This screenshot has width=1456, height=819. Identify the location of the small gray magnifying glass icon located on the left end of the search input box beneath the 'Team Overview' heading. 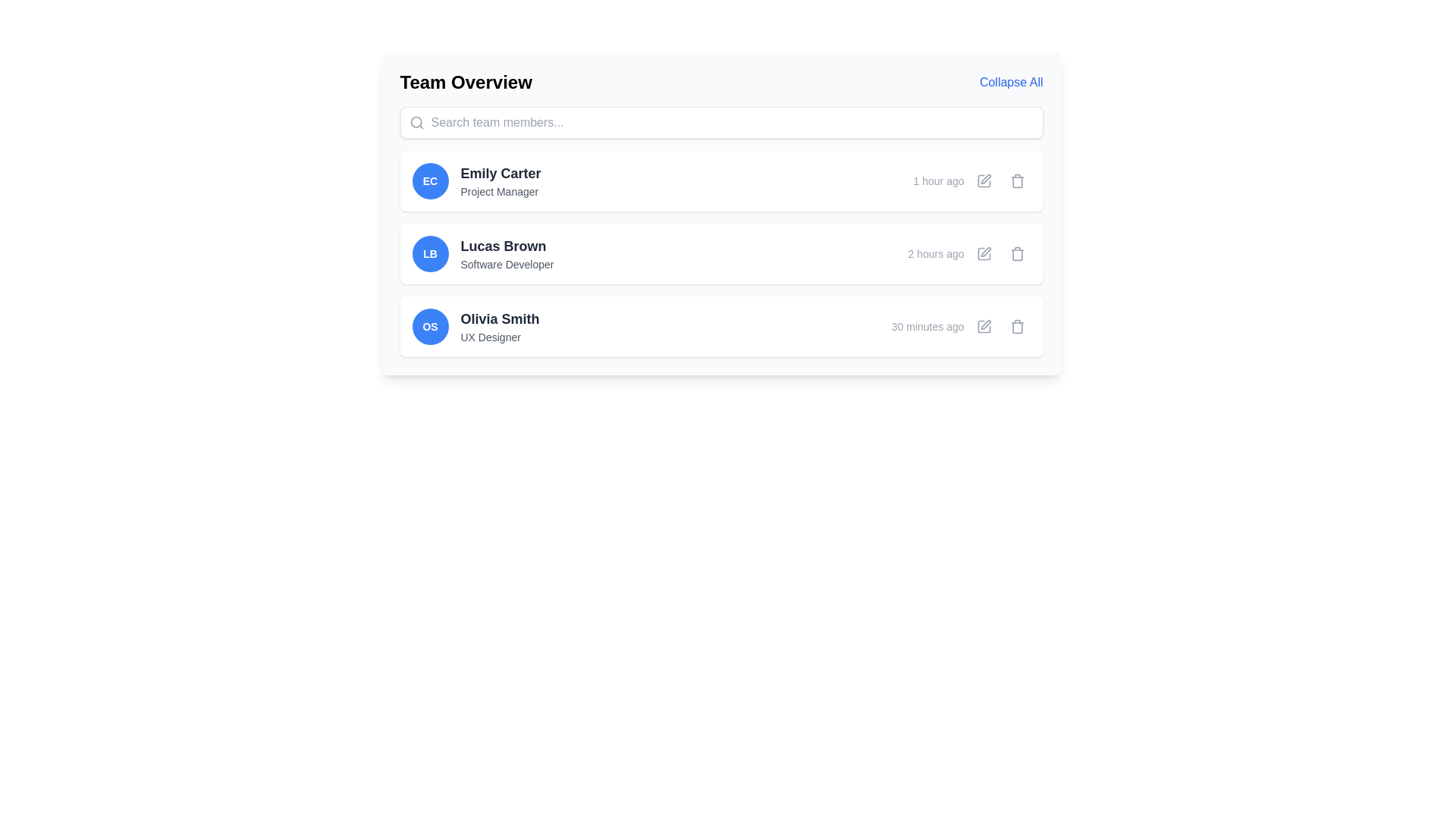
(416, 122).